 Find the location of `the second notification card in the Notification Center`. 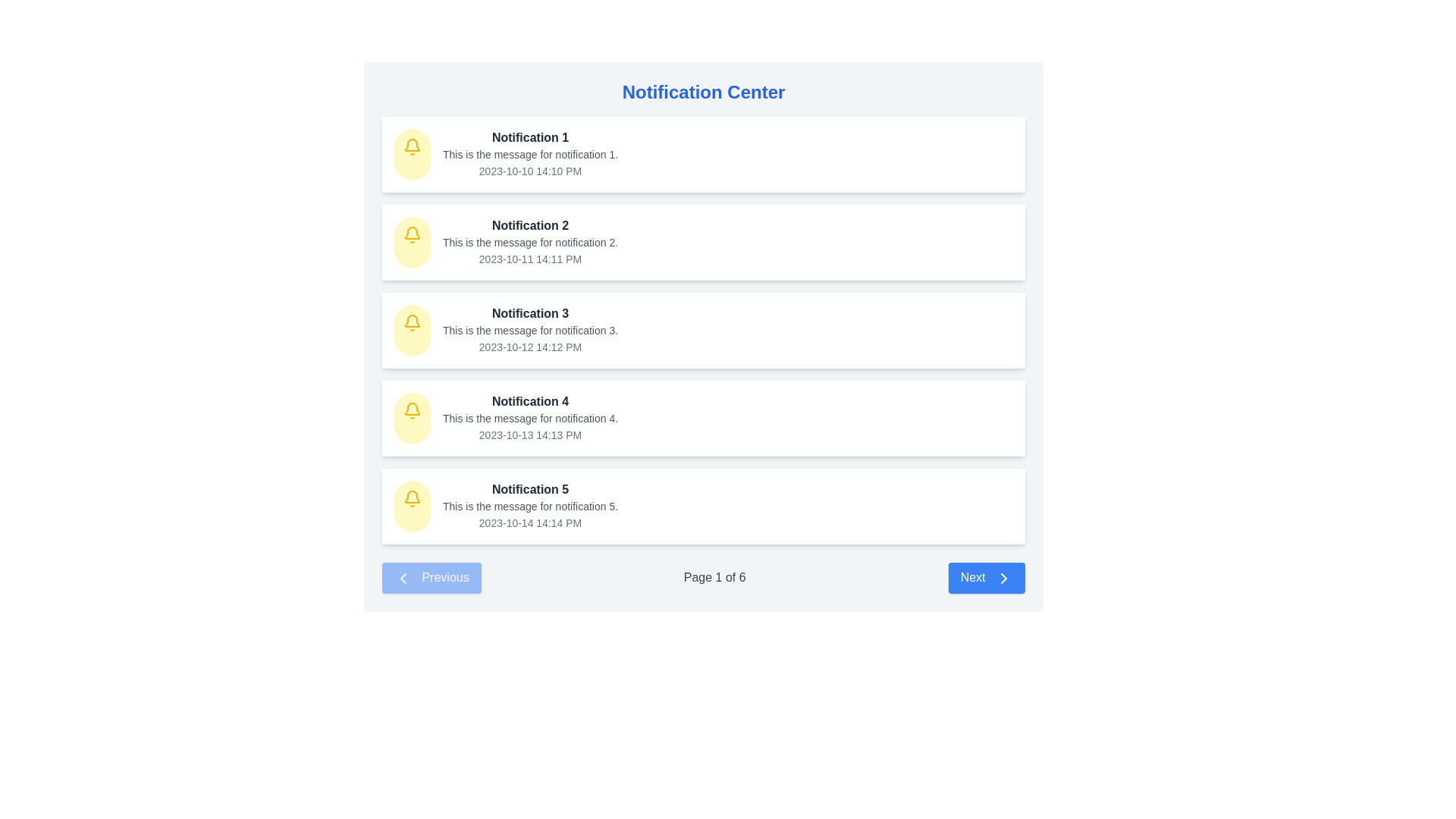

the second notification card in the Notification Center is located at coordinates (702, 242).